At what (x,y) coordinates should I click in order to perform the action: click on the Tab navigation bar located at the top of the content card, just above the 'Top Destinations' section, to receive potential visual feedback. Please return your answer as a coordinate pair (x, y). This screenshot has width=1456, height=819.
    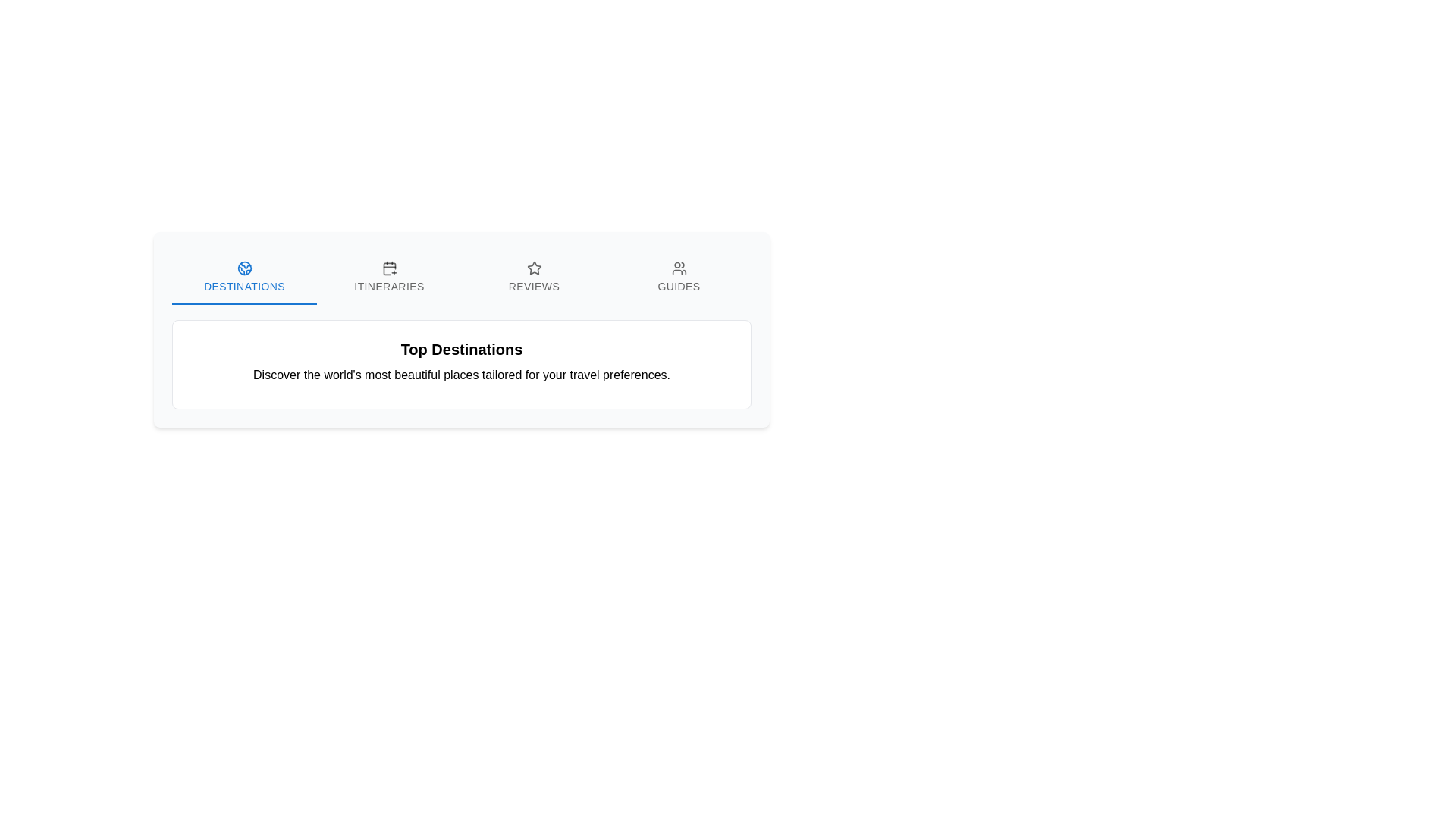
    Looking at the image, I should click on (461, 278).